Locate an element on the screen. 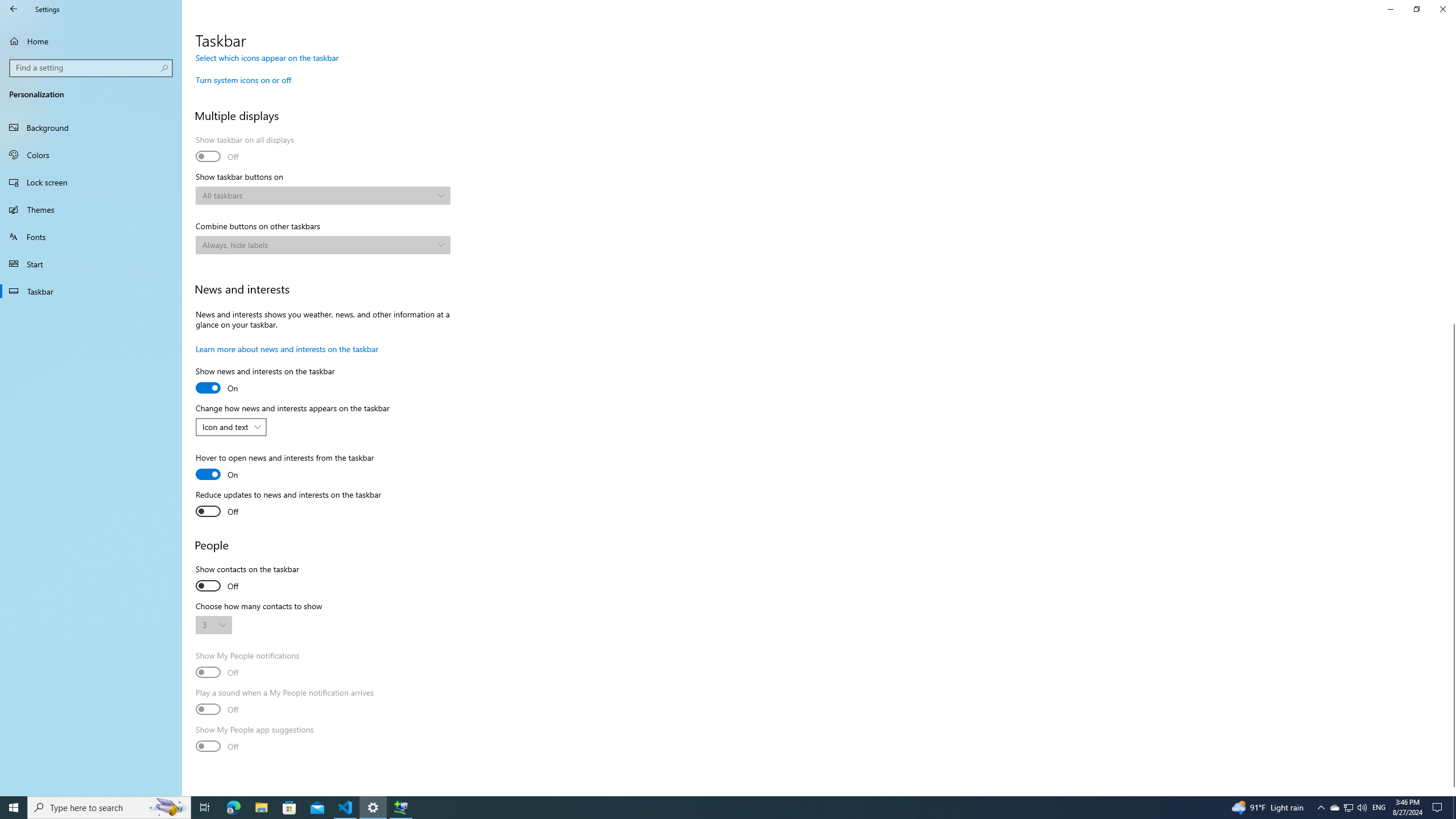 The width and height of the screenshot is (1456, 819). 'Show news and interests on the taskbar' is located at coordinates (264, 381).